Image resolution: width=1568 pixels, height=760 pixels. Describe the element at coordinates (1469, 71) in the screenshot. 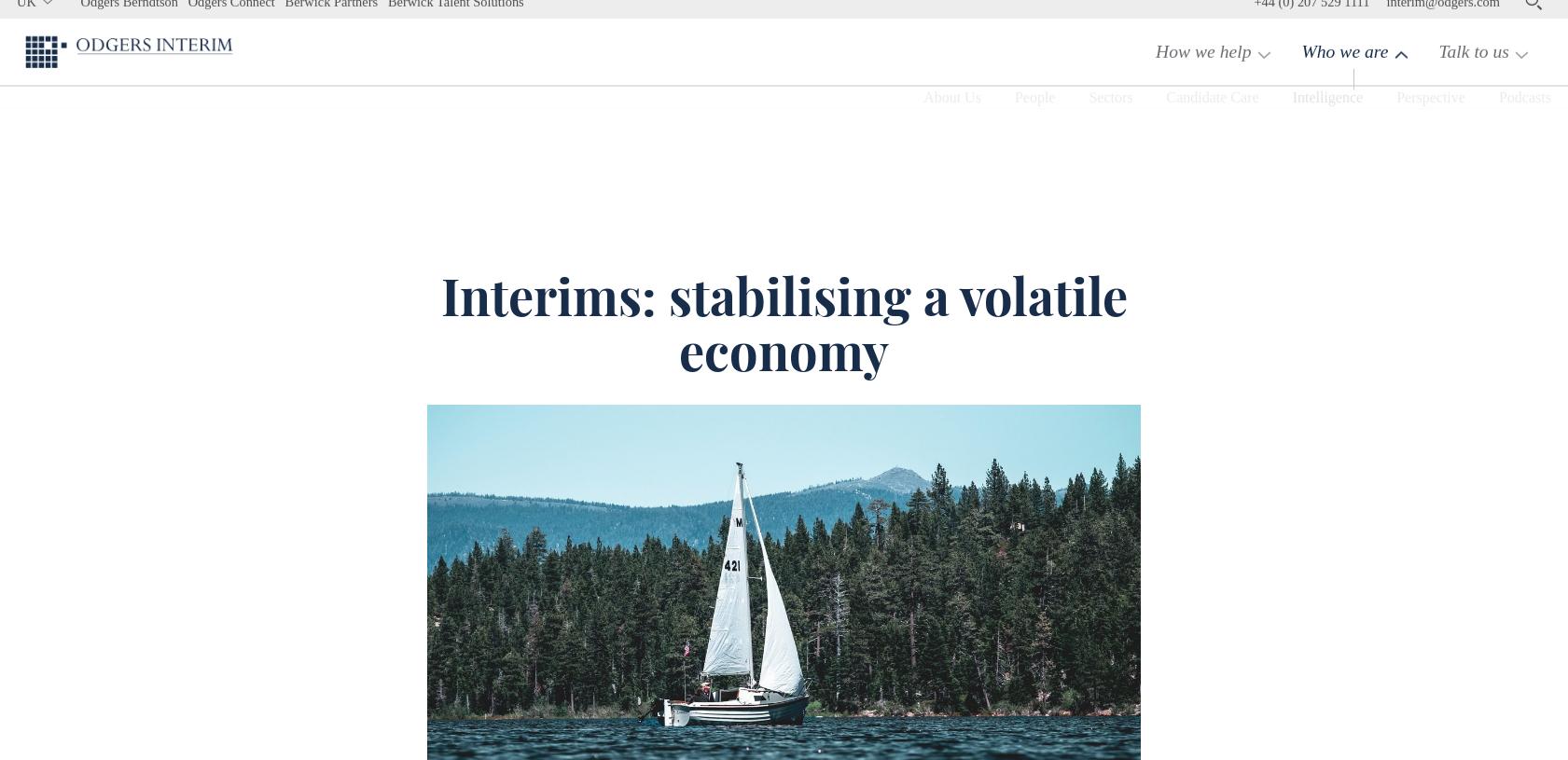

I see `'Talk to us'` at that location.